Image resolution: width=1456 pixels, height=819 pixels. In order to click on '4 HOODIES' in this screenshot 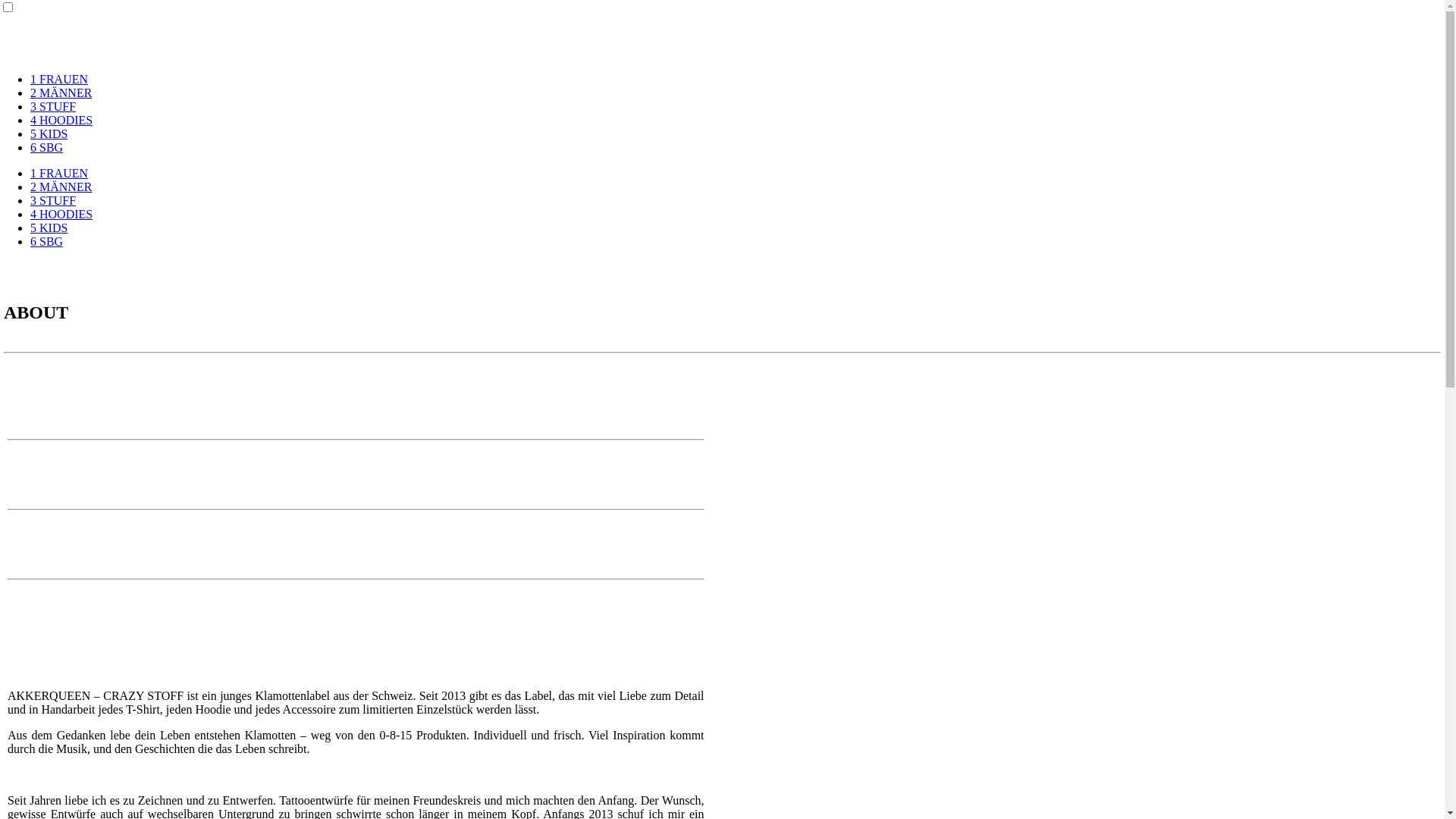, I will do `click(30, 119)`.